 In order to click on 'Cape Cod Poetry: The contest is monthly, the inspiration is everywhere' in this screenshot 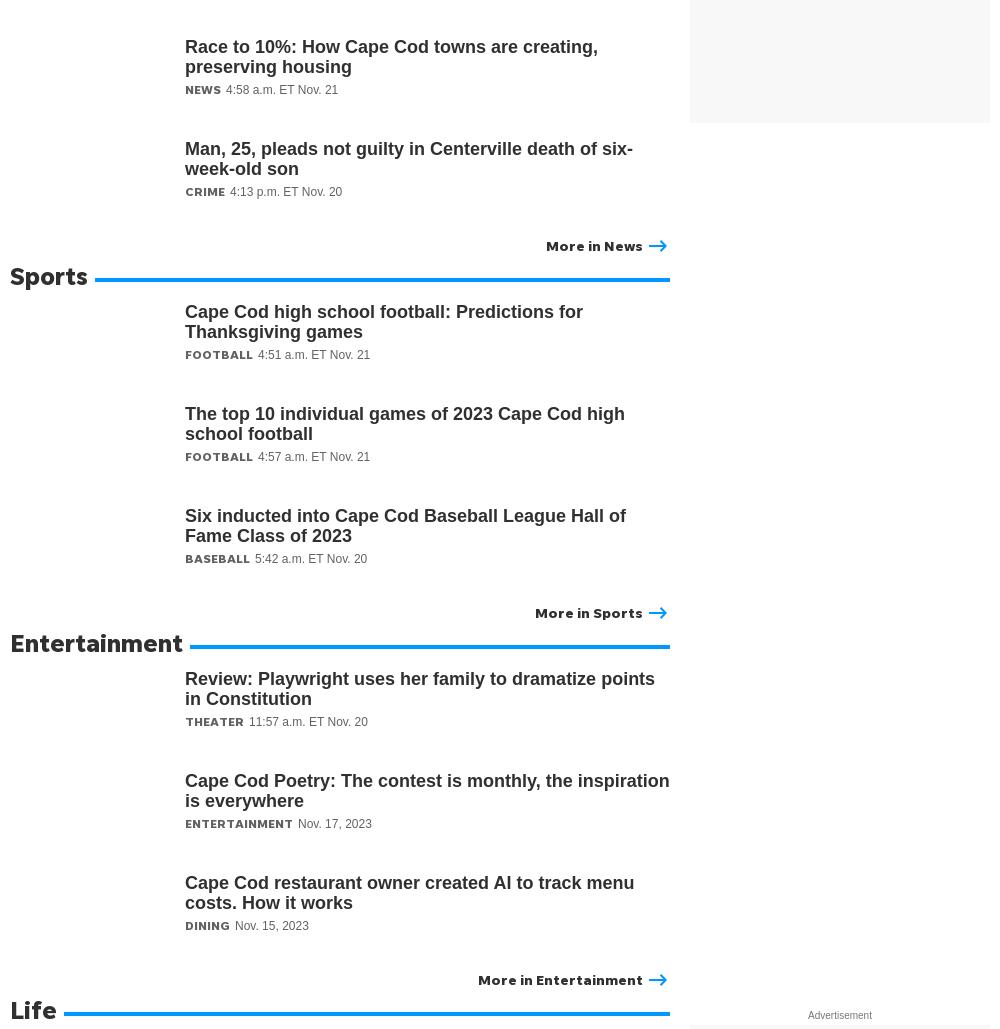, I will do `click(427, 790)`.